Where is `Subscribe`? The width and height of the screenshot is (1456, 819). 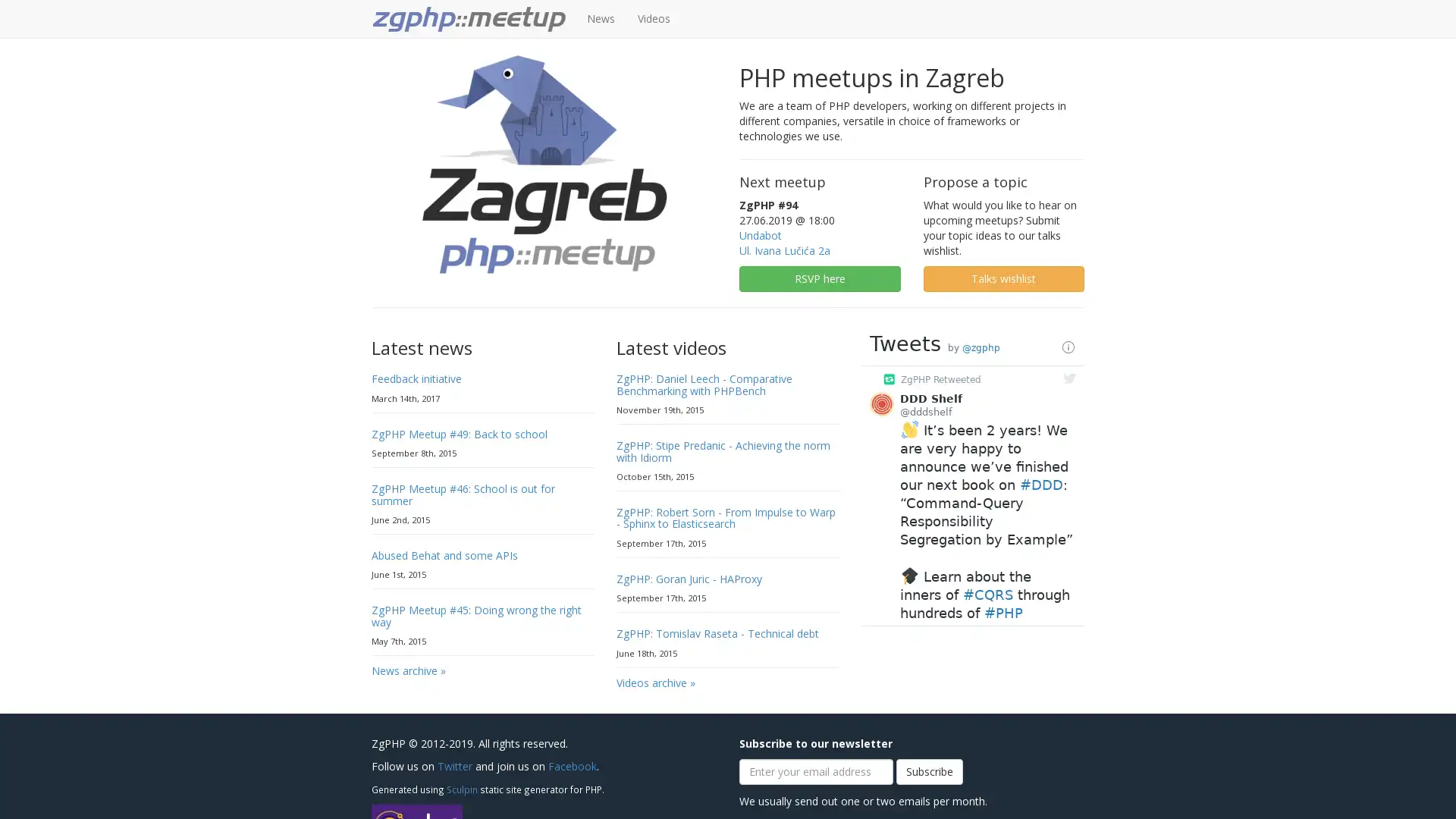 Subscribe is located at coordinates (928, 771).